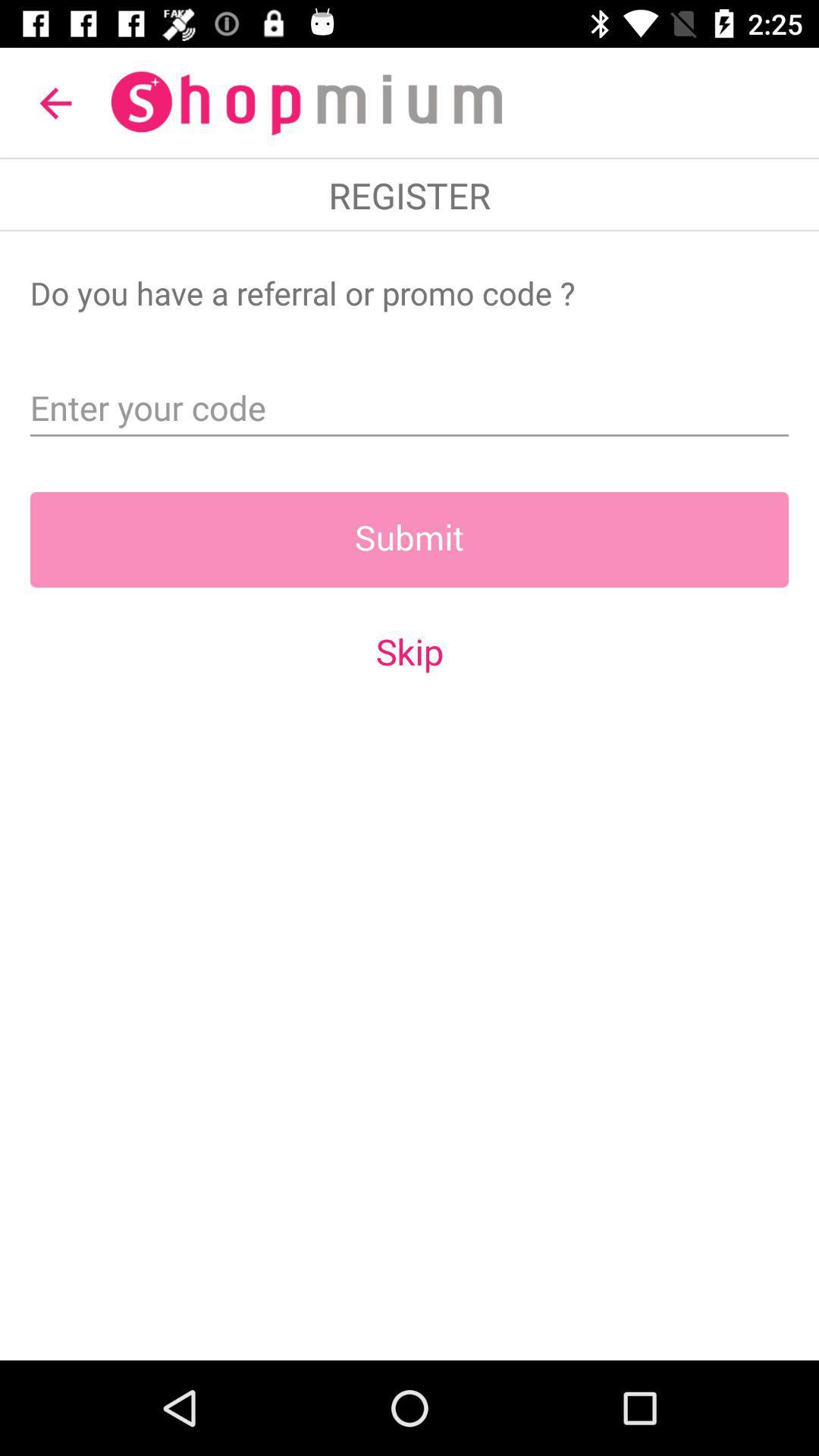 The image size is (819, 1456). What do you see at coordinates (409, 651) in the screenshot?
I see `the skip` at bounding box center [409, 651].